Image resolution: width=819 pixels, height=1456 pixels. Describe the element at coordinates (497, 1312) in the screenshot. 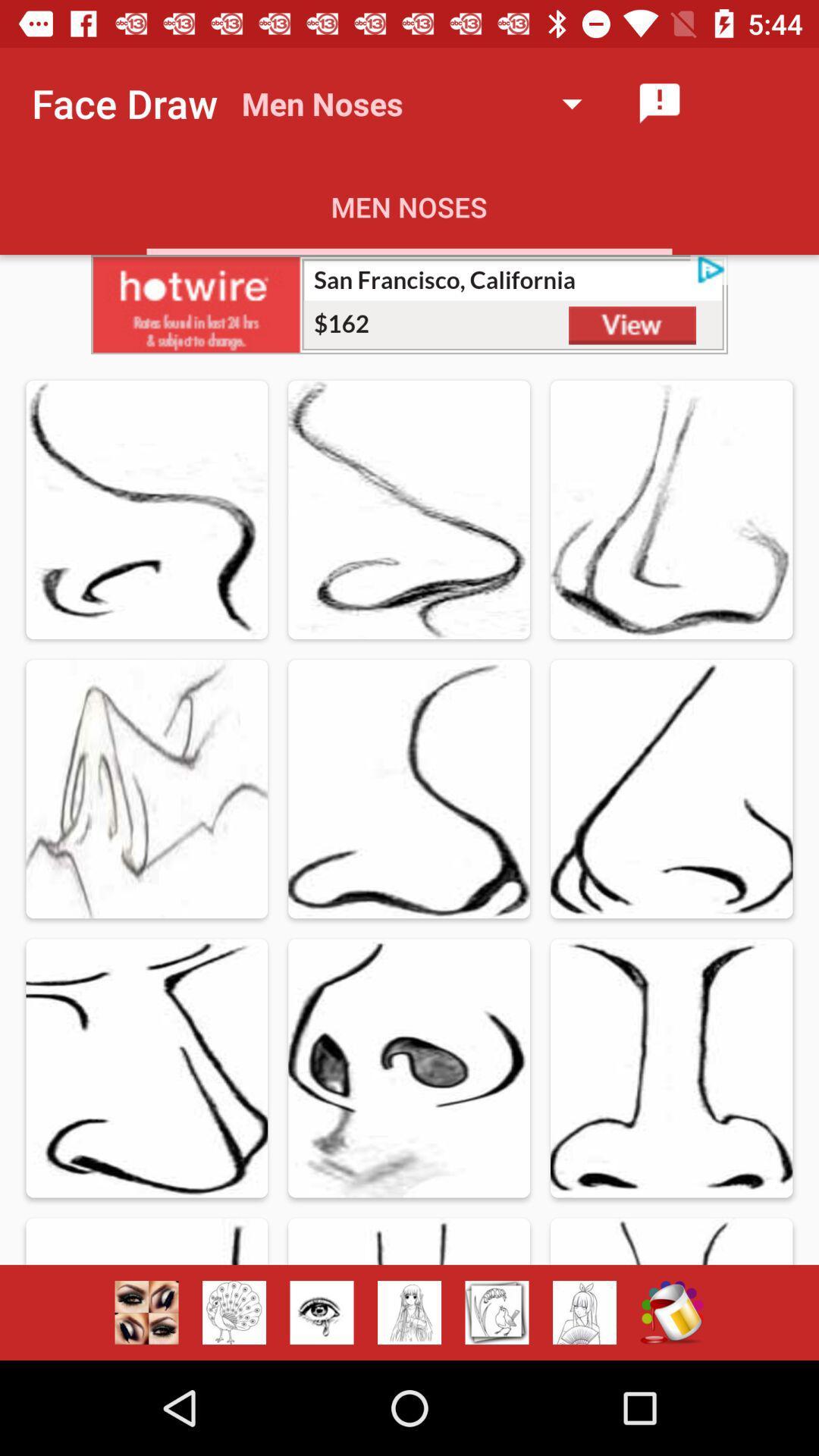

I see `drawing` at that location.